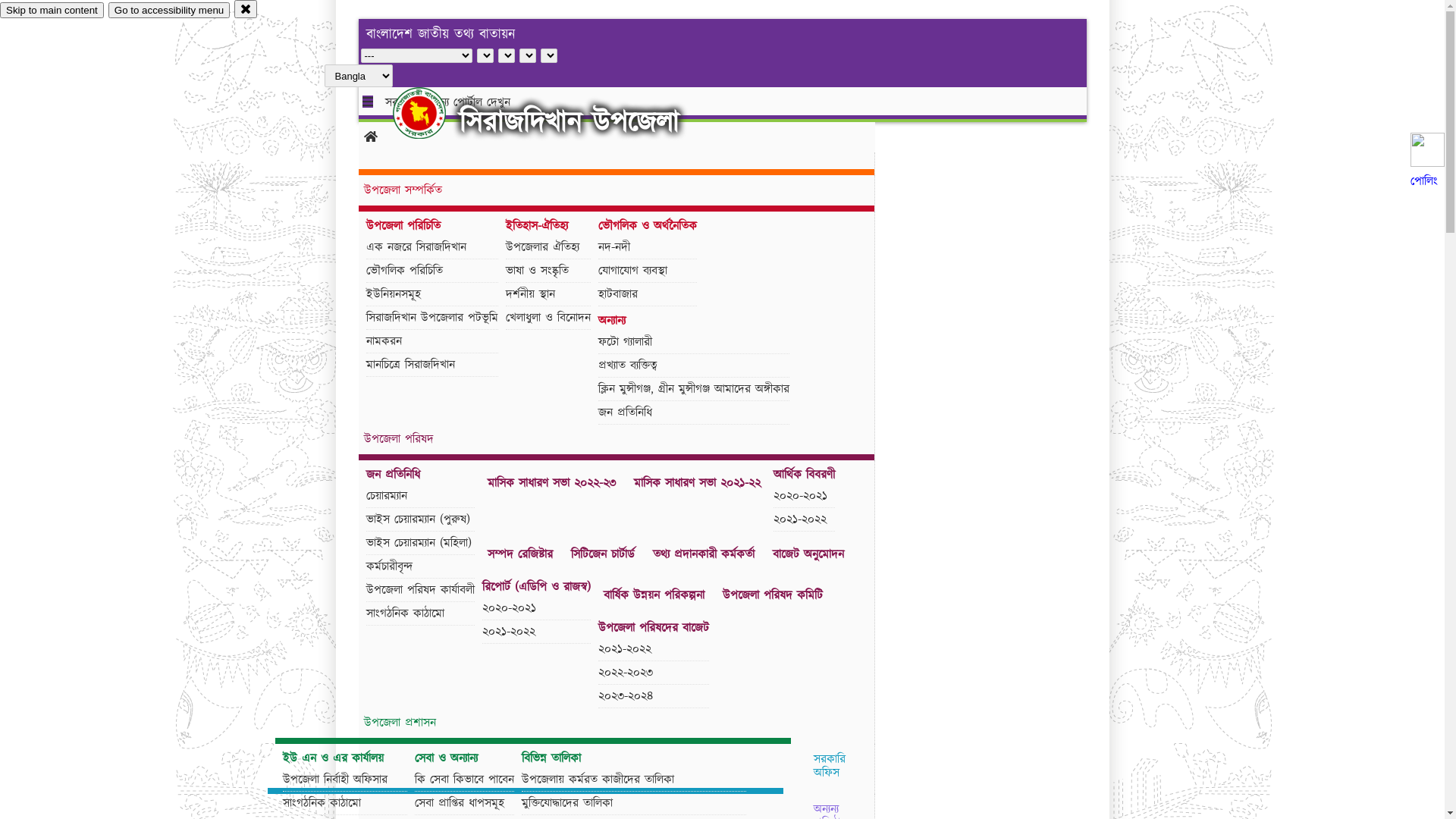 This screenshot has height=819, width=1456. Describe the element at coordinates (52, 10) in the screenshot. I see `'Skip to main content'` at that location.